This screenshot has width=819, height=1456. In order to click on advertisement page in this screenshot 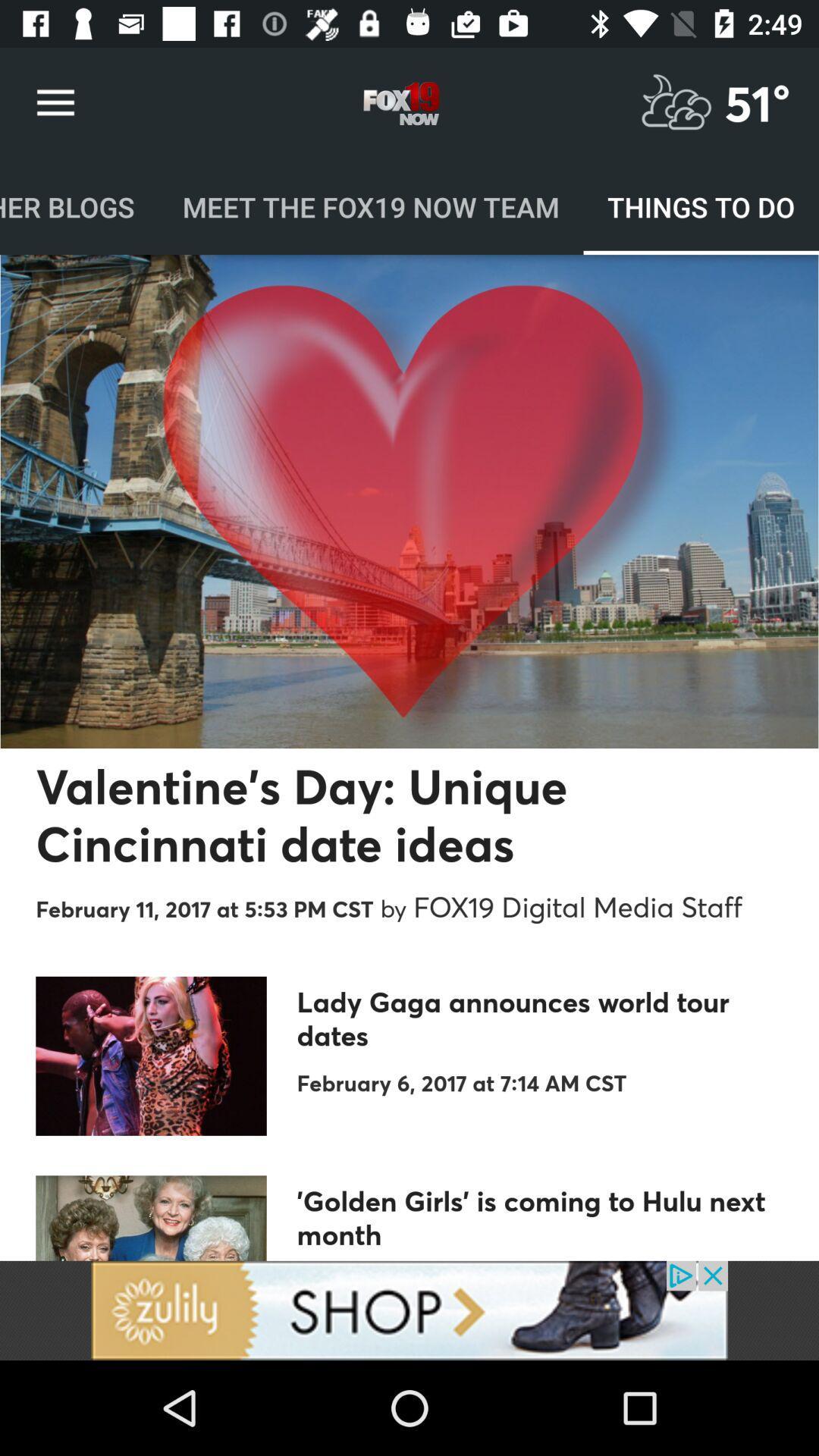, I will do `click(409, 1310)`.